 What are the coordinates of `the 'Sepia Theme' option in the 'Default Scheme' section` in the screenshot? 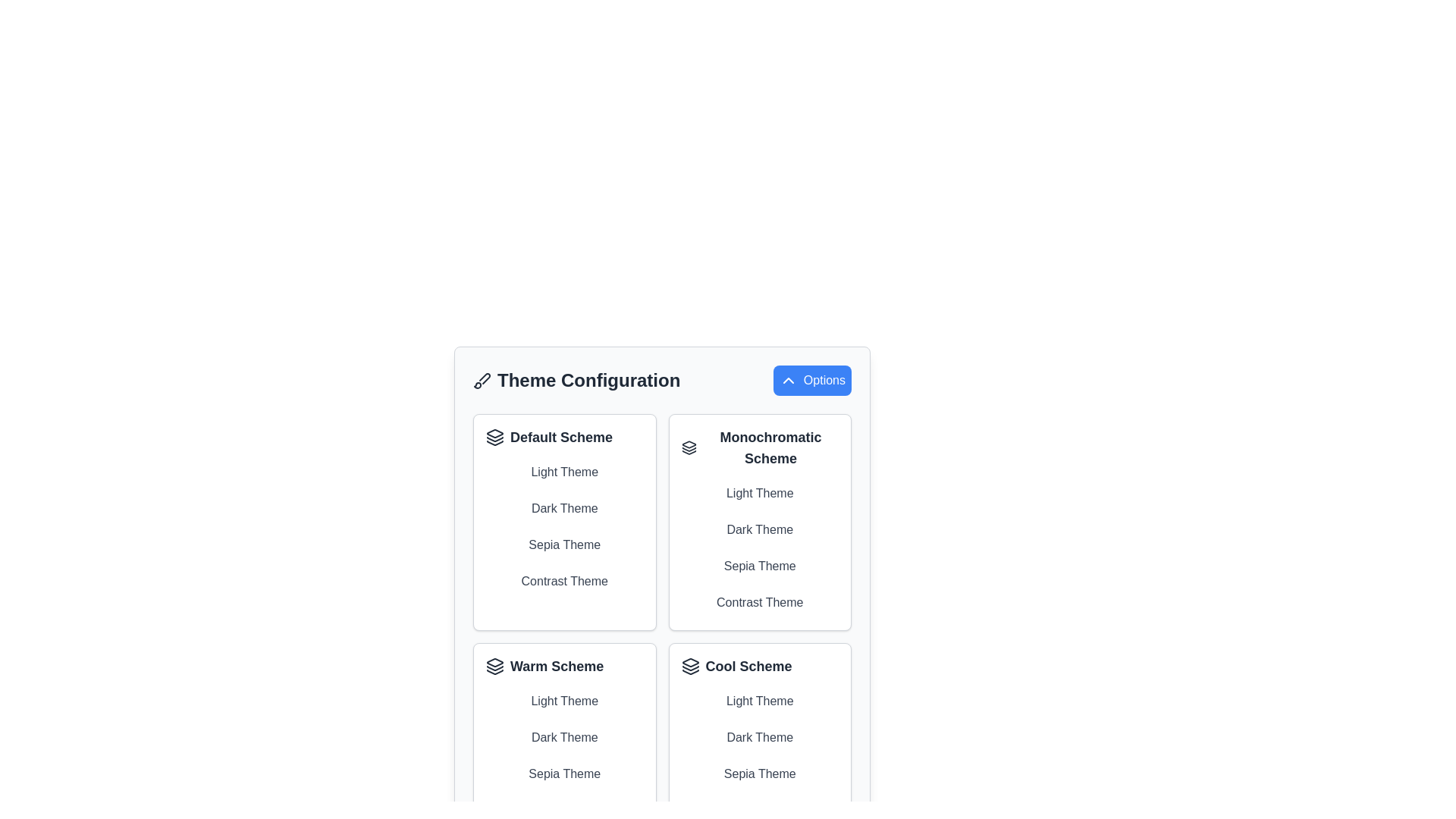 It's located at (563, 544).